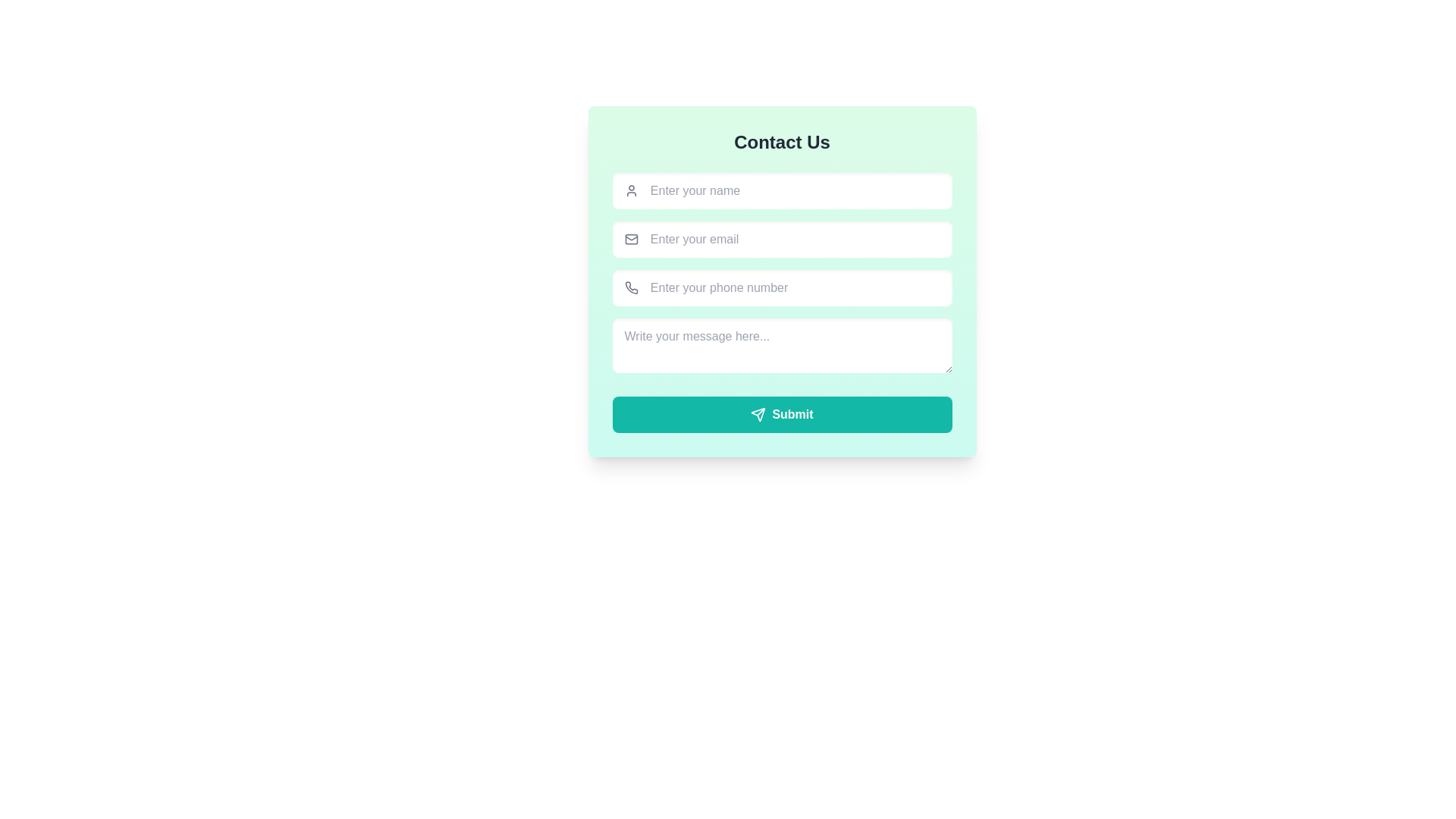 The width and height of the screenshot is (1456, 819). What do you see at coordinates (782, 415) in the screenshot?
I see `the teal rectangular button labeled 'Submit' with a white paper plane icon to trigger a visual change` at bounding box center [782, 415].